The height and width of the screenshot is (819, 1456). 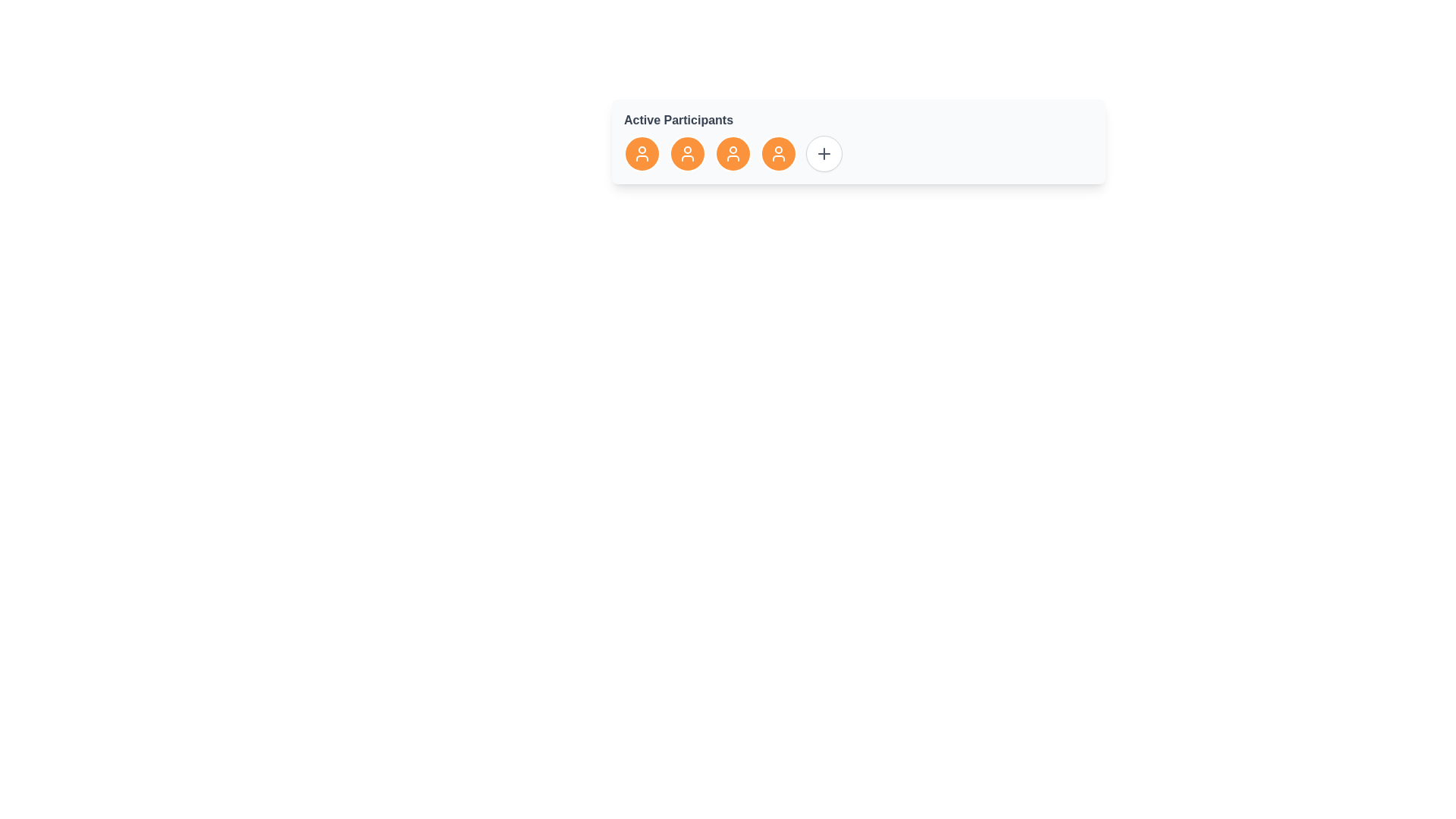 I want to click on the 'Add Participant' button located at the far-right side of the 'Active Participants' section, so click(x=823, y=154).